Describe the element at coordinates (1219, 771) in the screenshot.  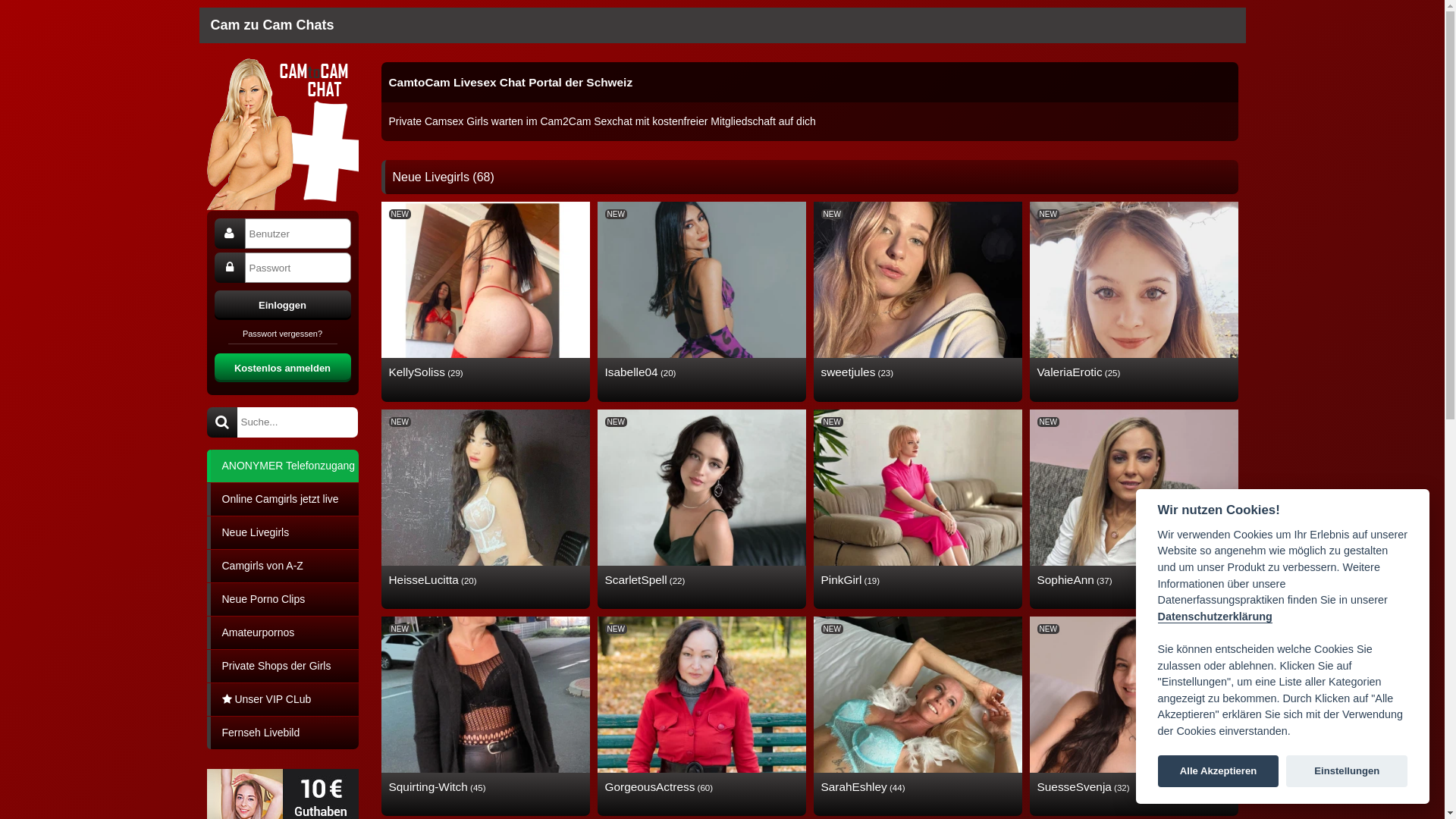
I see `'Alle Akzeptieren'` at that location.